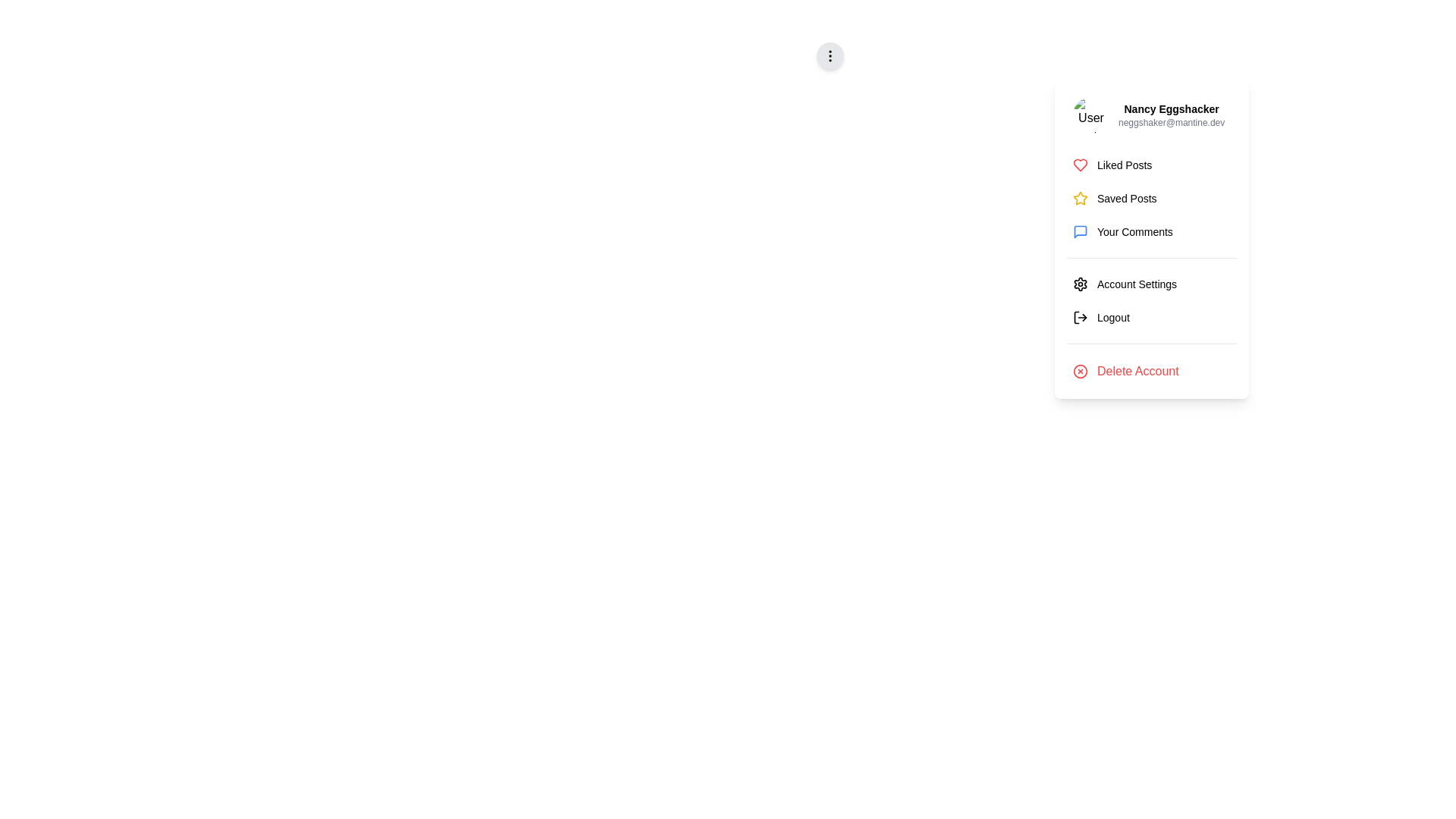  What do you see at coordinates (829, 55) in the screenshot?
I see `the ellipsis icon consisting of three vertically aligned circles` at bounding box center [829, 55].